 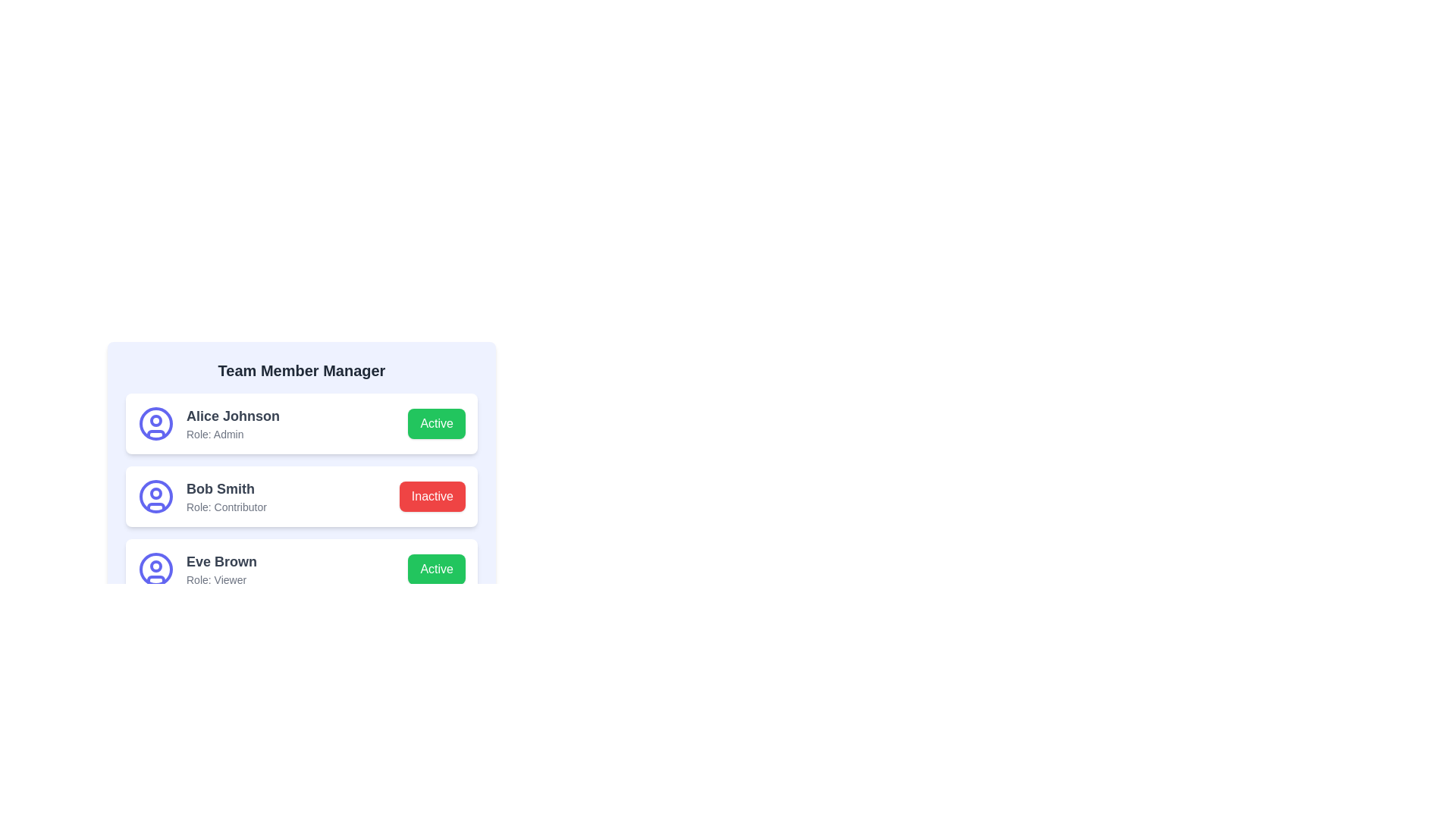 I want to click on the text label displaying the role information for the user 'Eve Brown', which indicates their designation as 'Viewer'. This label is located under the header 'Team Member Manager', immediately below 'Eve Brown', so click(x=221, y=579).